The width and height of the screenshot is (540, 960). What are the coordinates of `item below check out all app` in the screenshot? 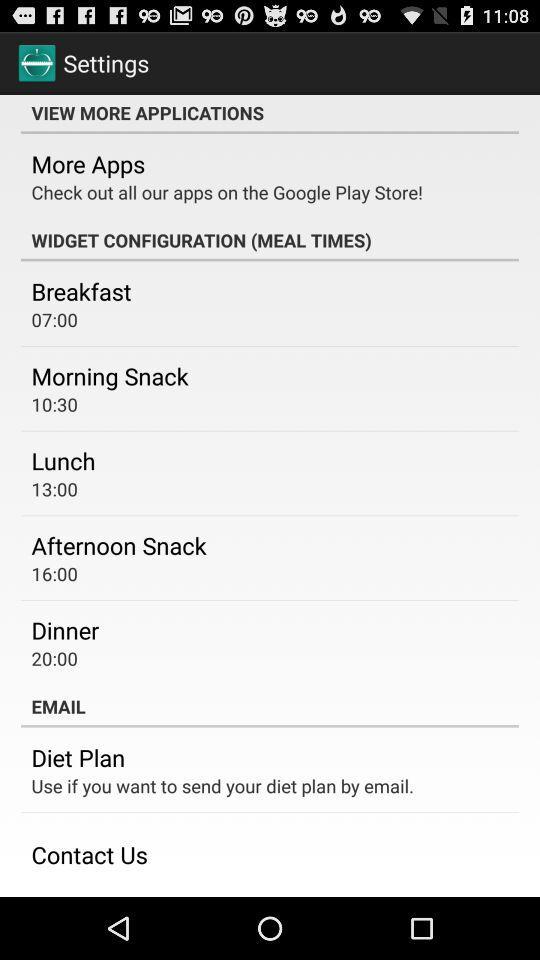 It's located at (270, 240).